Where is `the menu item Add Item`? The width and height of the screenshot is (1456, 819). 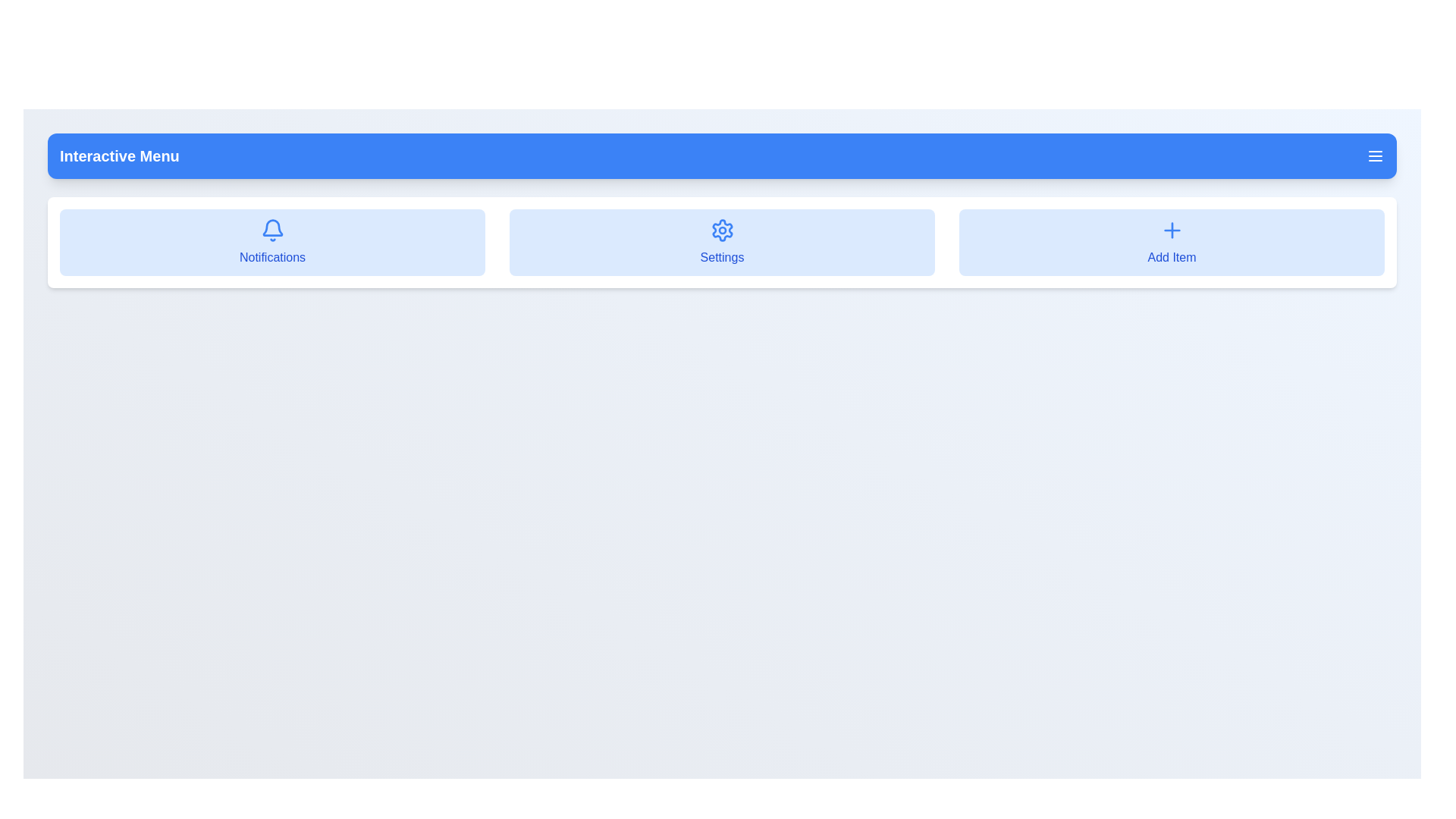
the menu item Add Item is located at coordinates (1171, 242).